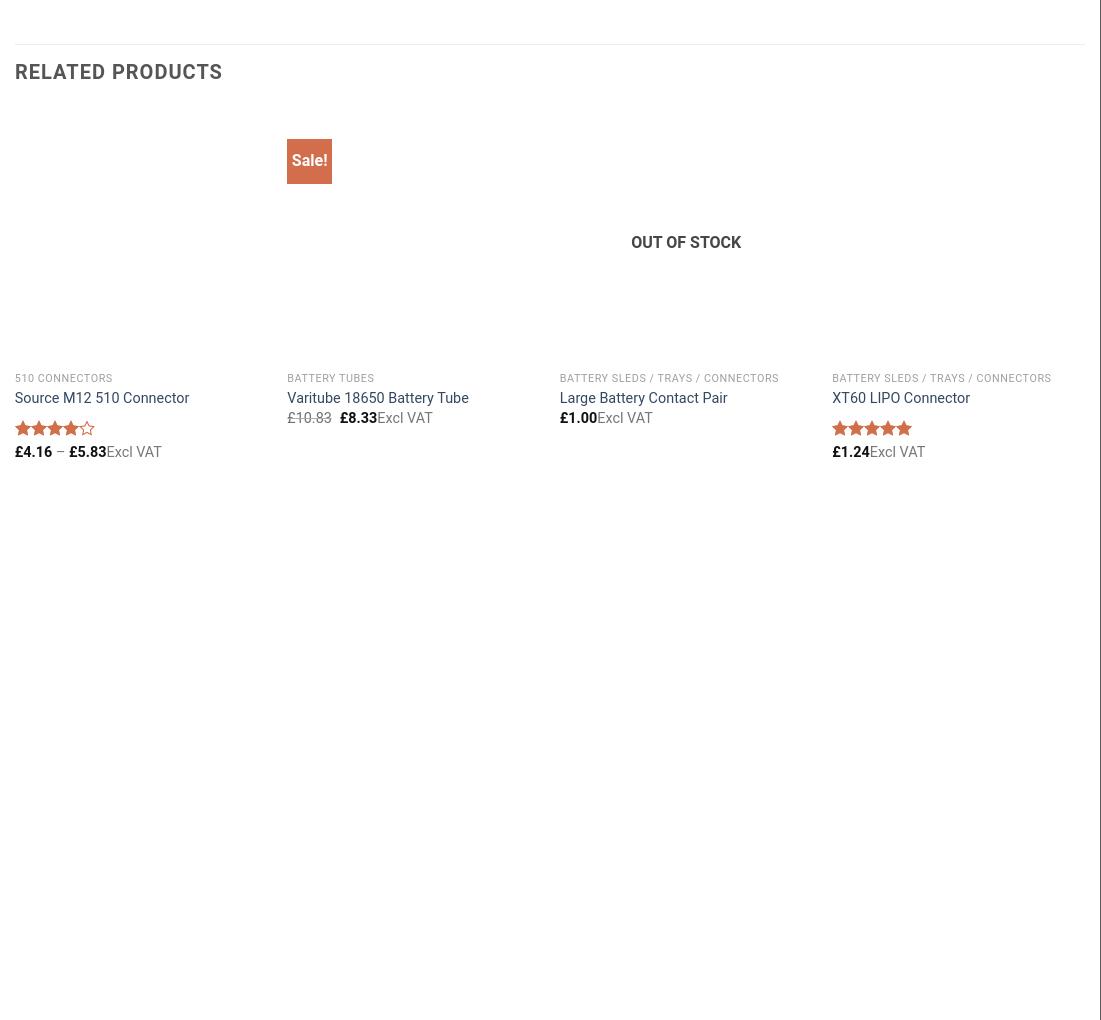  Describe the element at coordinates (26, 465) in the screenshot. I see `'4.00'` at that location.